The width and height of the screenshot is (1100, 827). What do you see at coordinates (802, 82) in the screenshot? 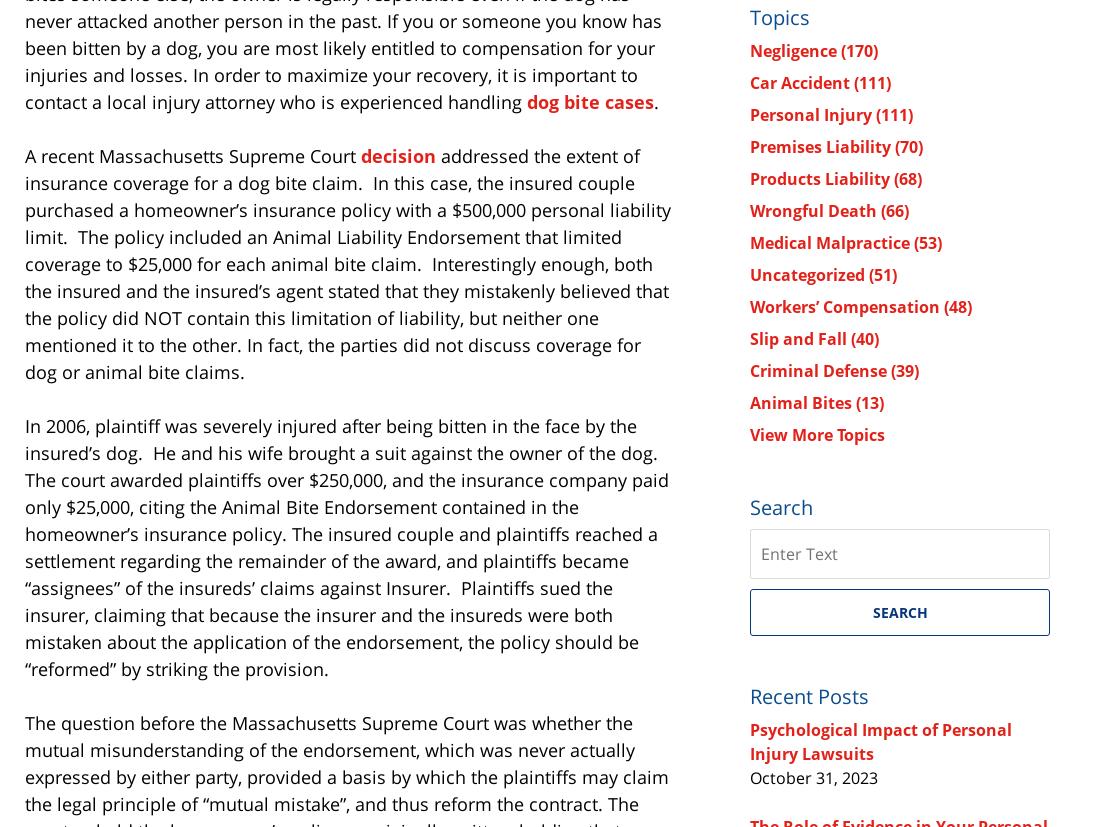
I see `'Car Accident'` at bounding box center [802, 82].